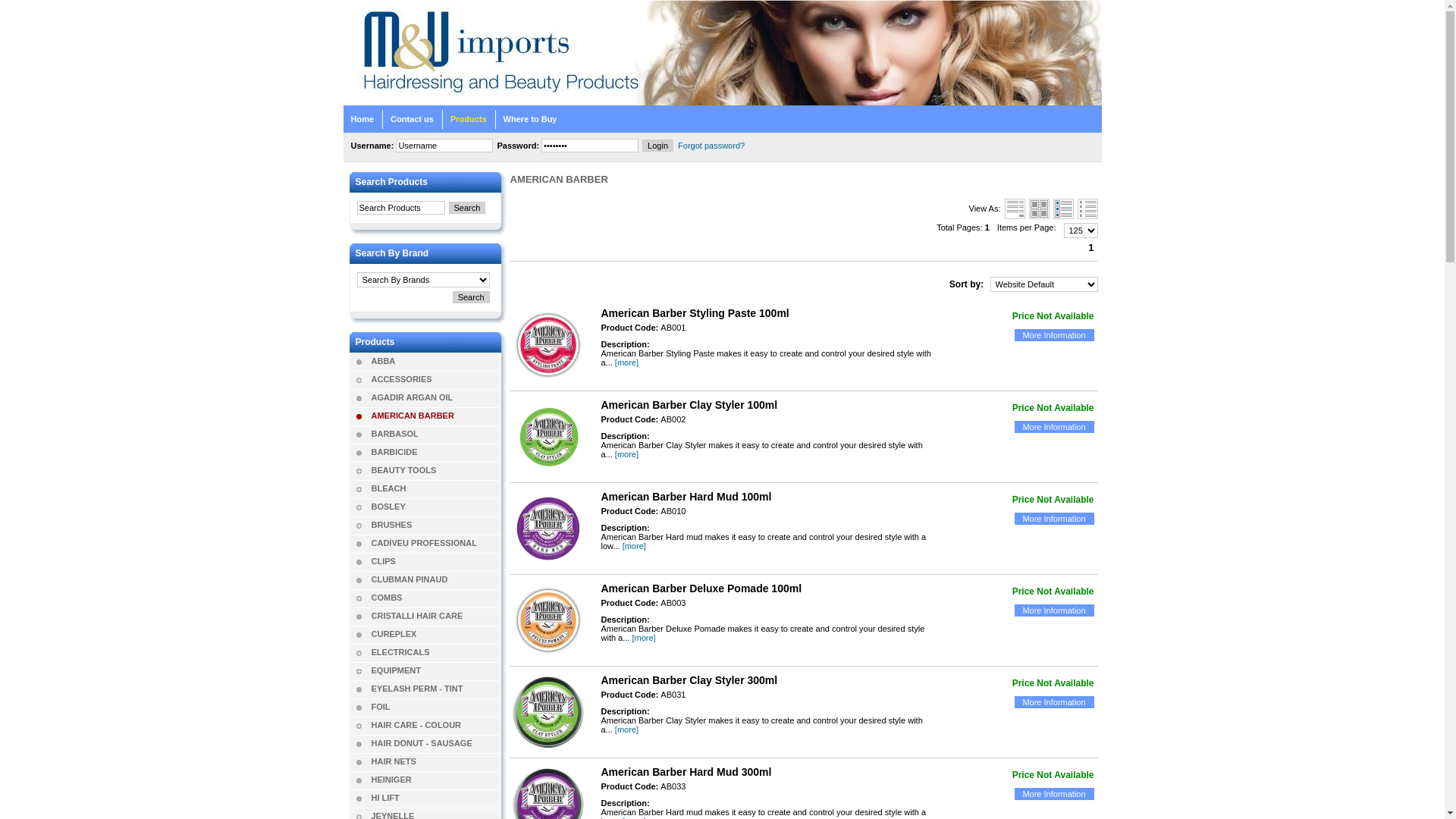  What do you see at coordinates (600, 403) in the screenshot?
I see `'American Barber Clay Styler 100ml'` at bounding box center [600, 403].